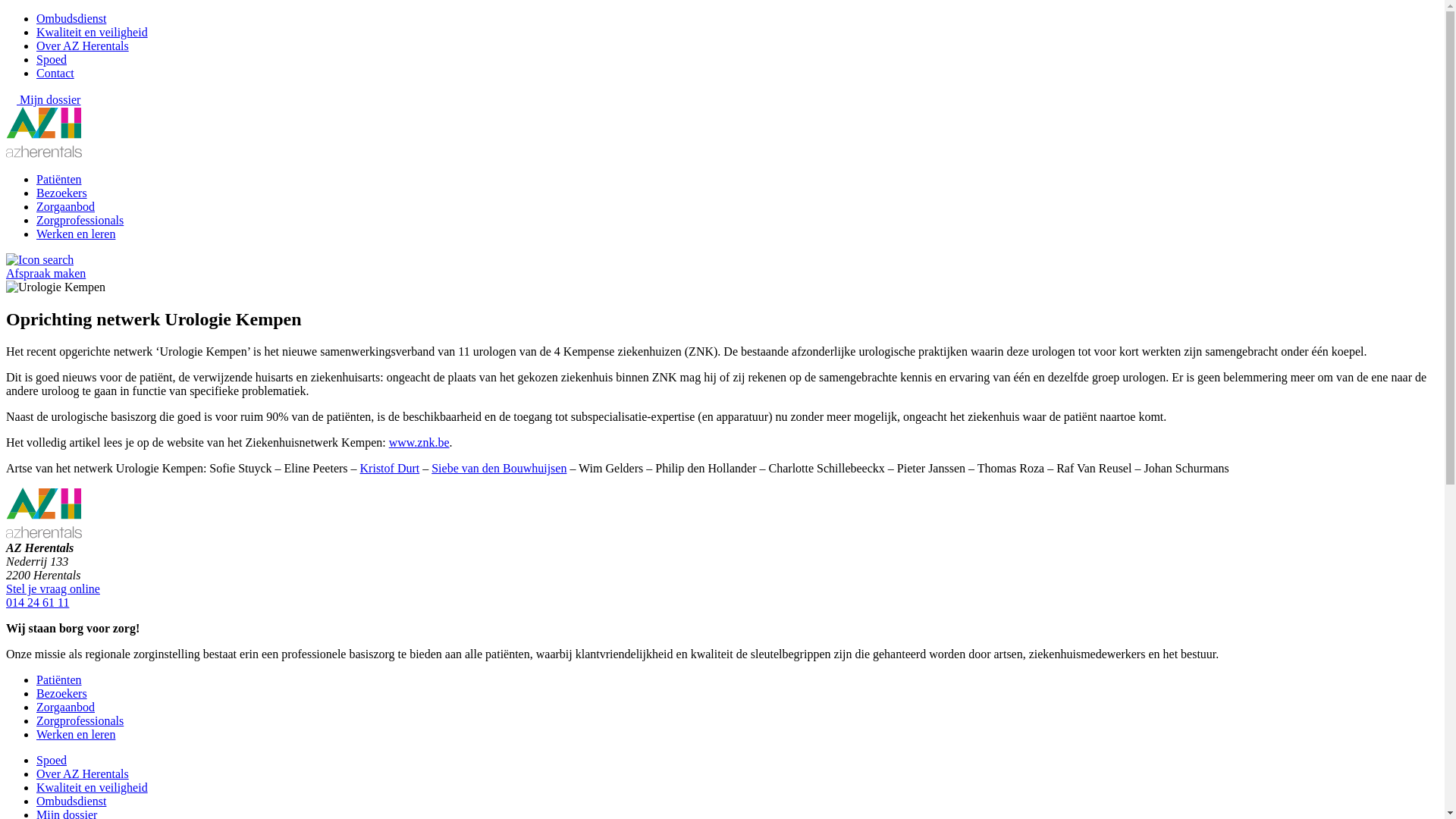 The width and height of the screenshot is (1456, 819). I want to click on 'Afspraak maken', so click(45, 273).